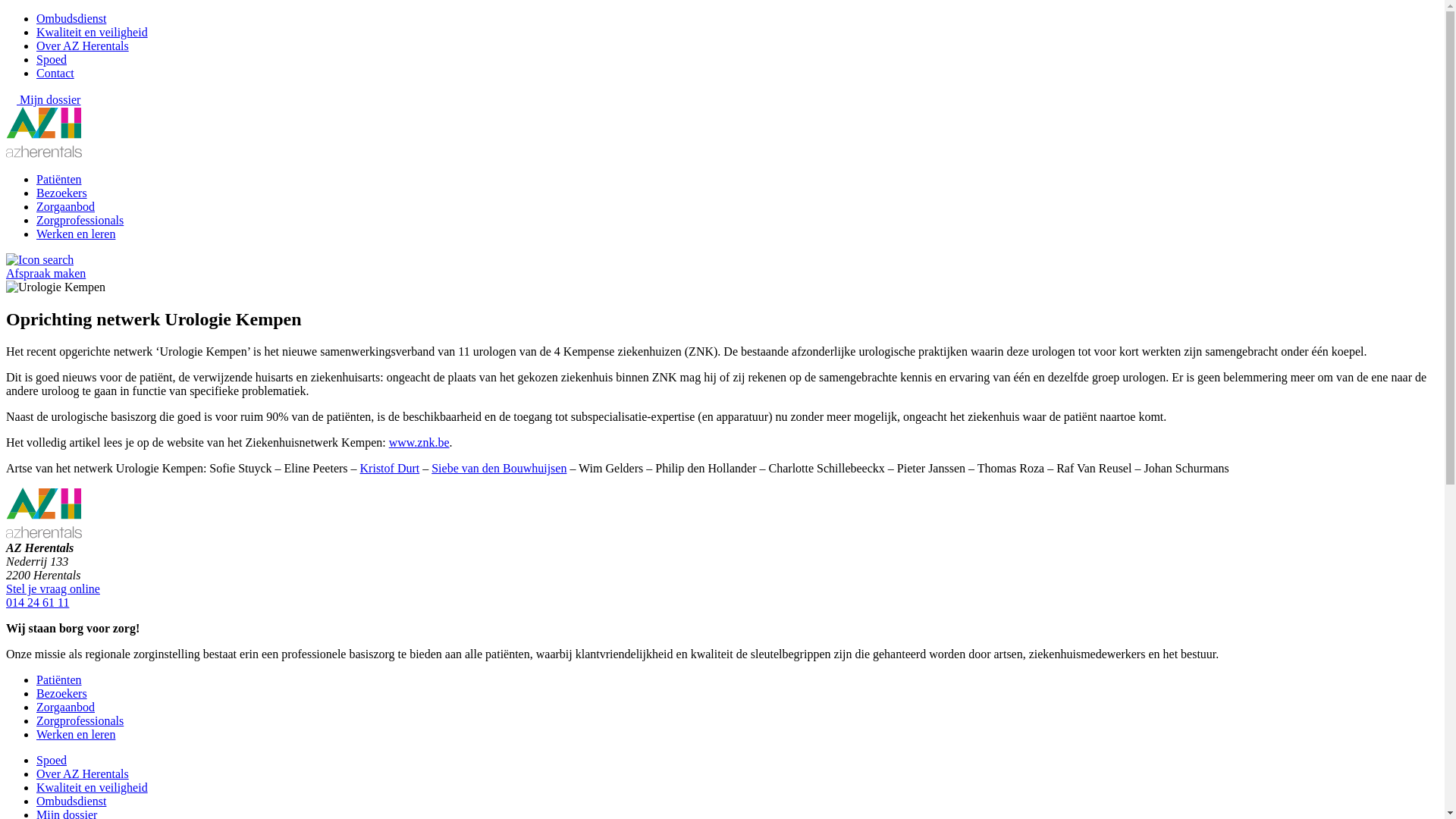 The width and height of the screenshot is (1456, 819). I want to click on 'Afspraak maken', so click(45, 273).